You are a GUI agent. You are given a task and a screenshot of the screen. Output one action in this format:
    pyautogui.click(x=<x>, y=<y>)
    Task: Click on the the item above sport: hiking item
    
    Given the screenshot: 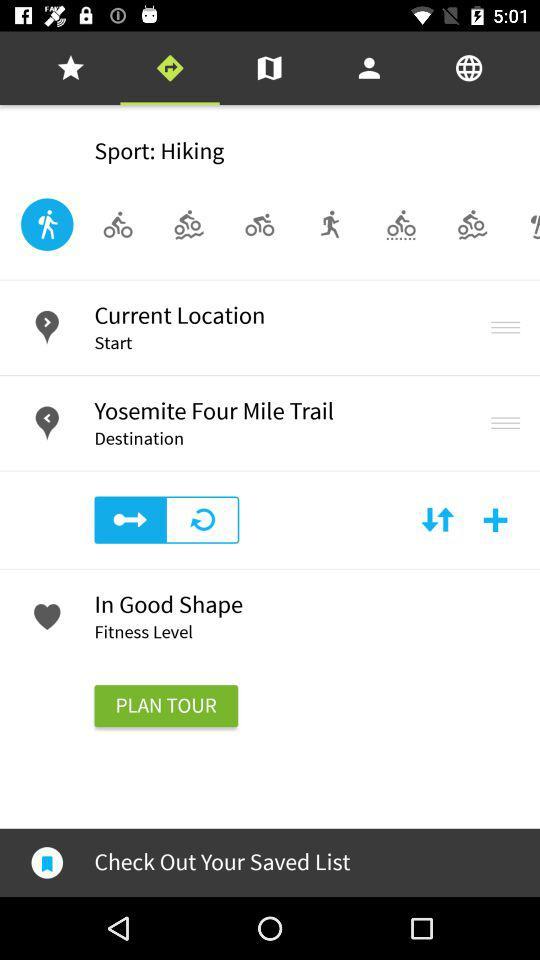 What is the action you would take?
    pyautogui.click(x=269, y=68)
    